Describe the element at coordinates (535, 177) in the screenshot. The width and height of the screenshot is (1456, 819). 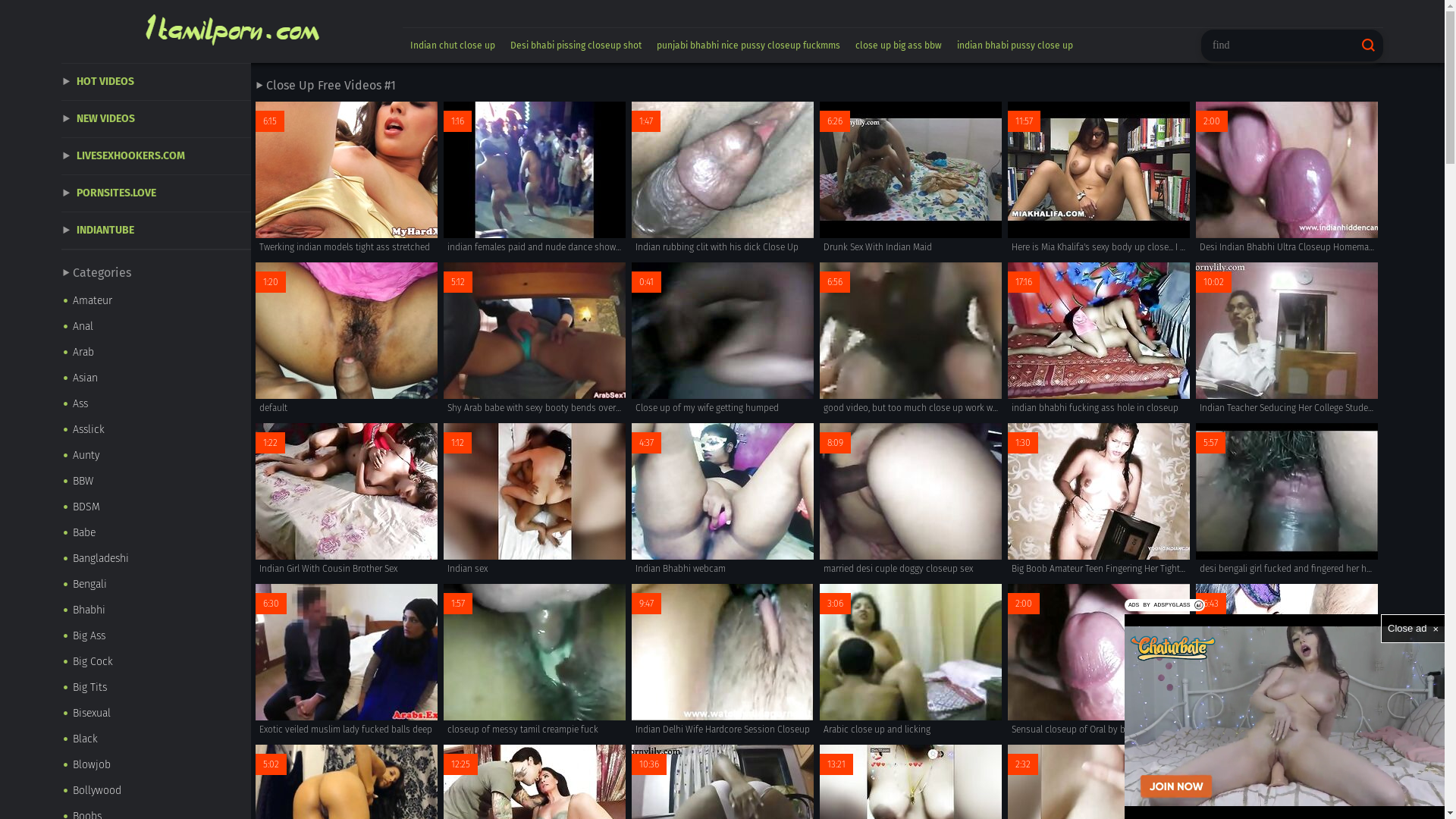
I see `'1:16` at that location.